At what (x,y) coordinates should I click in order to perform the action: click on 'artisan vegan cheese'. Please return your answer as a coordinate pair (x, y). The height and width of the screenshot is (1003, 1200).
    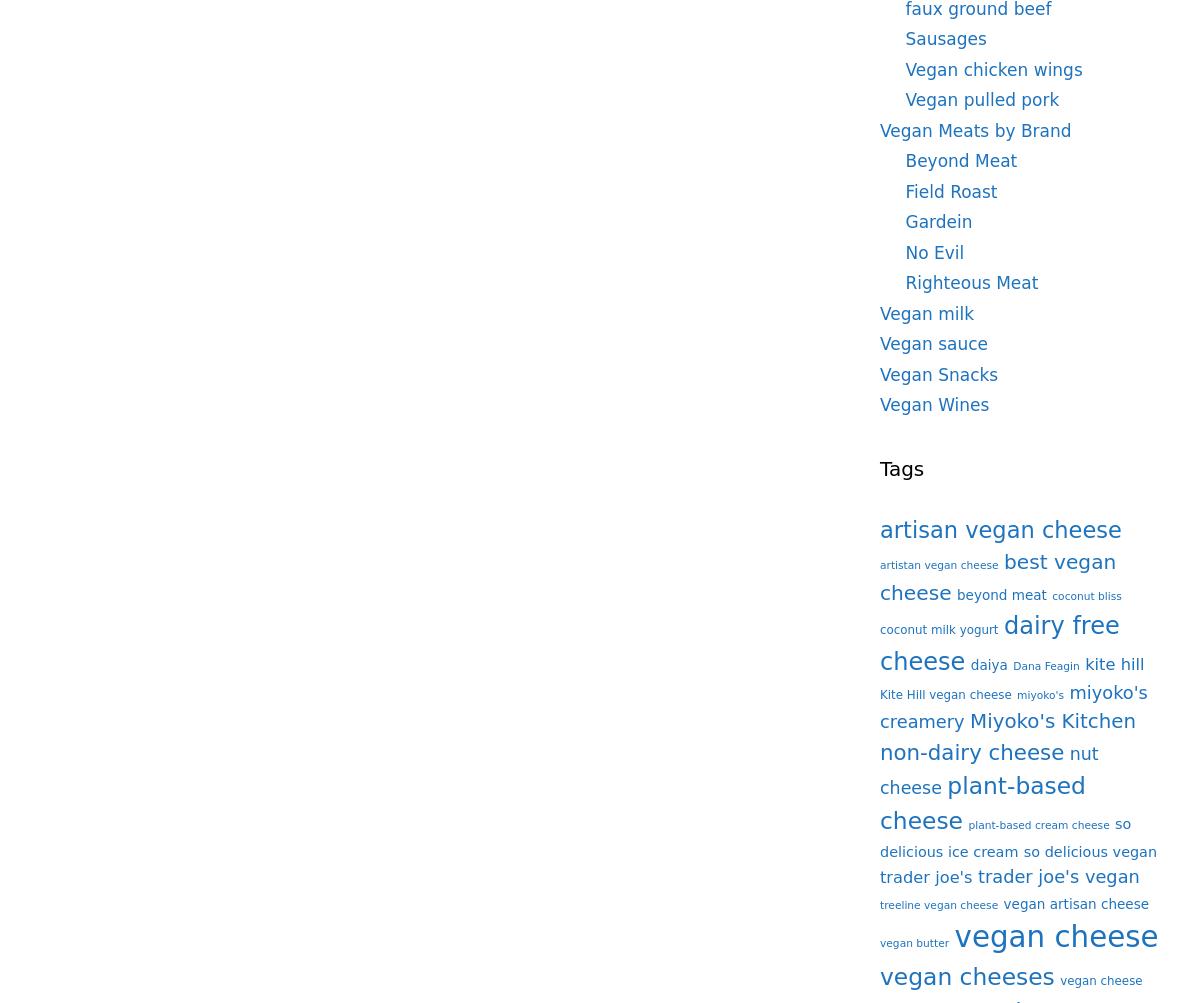
    Looking at the image, I should click on (878, 527).